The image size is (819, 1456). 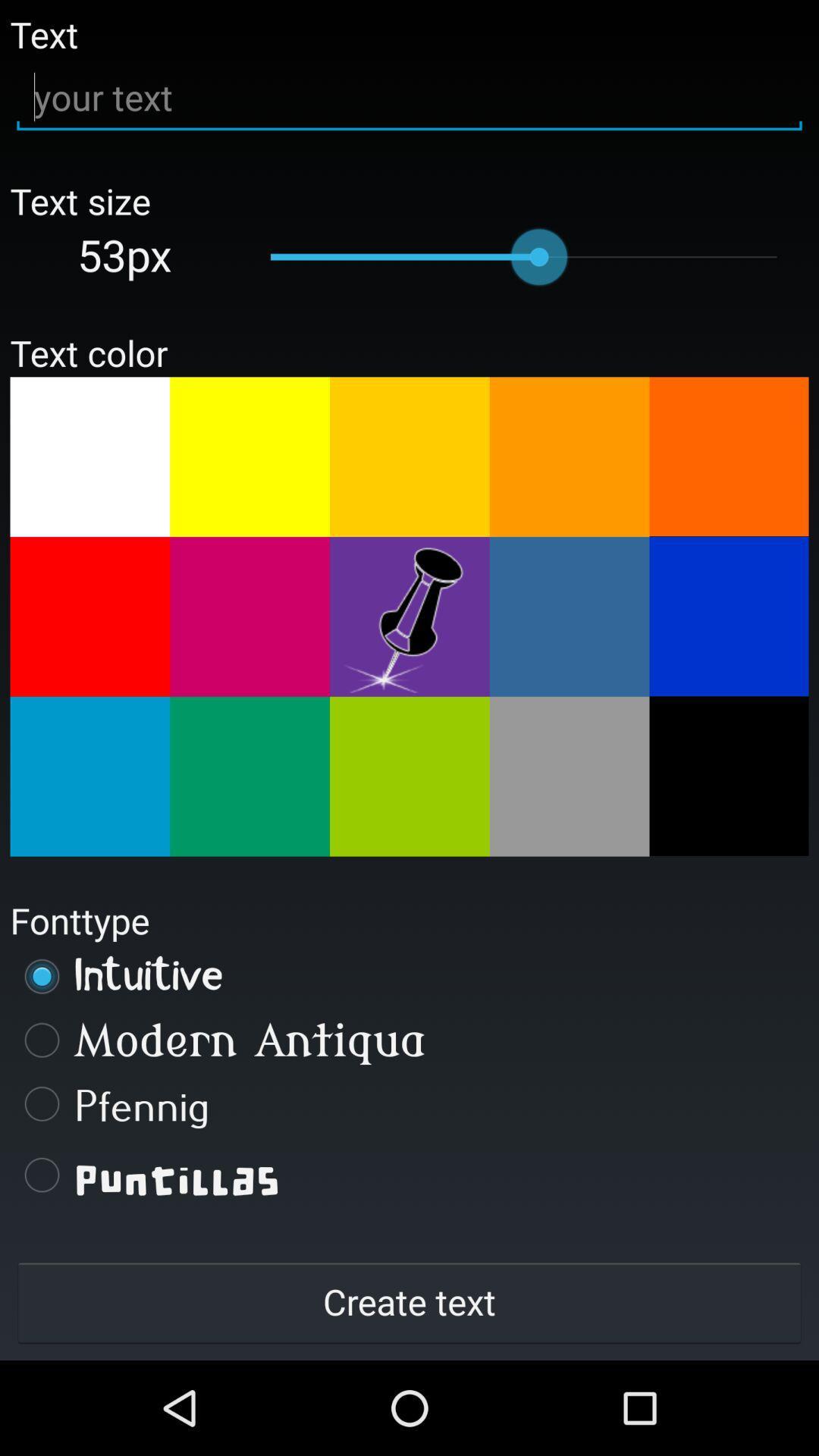 What do you see at coordinates (409, 617) in the screenshot?
I see `flashing colors fun fonts change text size push pin red square bright lights` at bounding box center [409, 617].